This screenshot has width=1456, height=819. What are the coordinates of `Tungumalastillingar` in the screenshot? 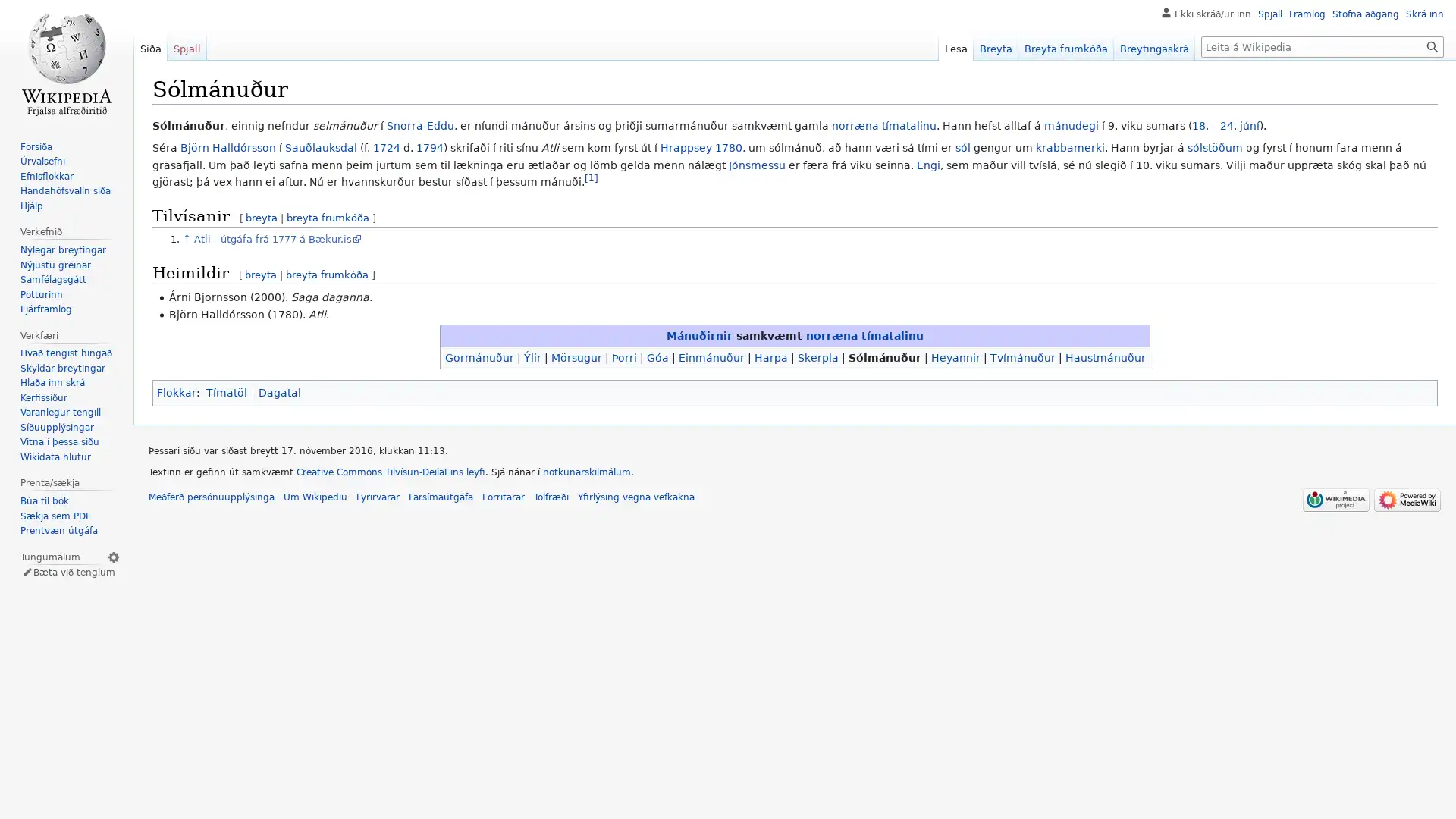 It's located at (112, 556).